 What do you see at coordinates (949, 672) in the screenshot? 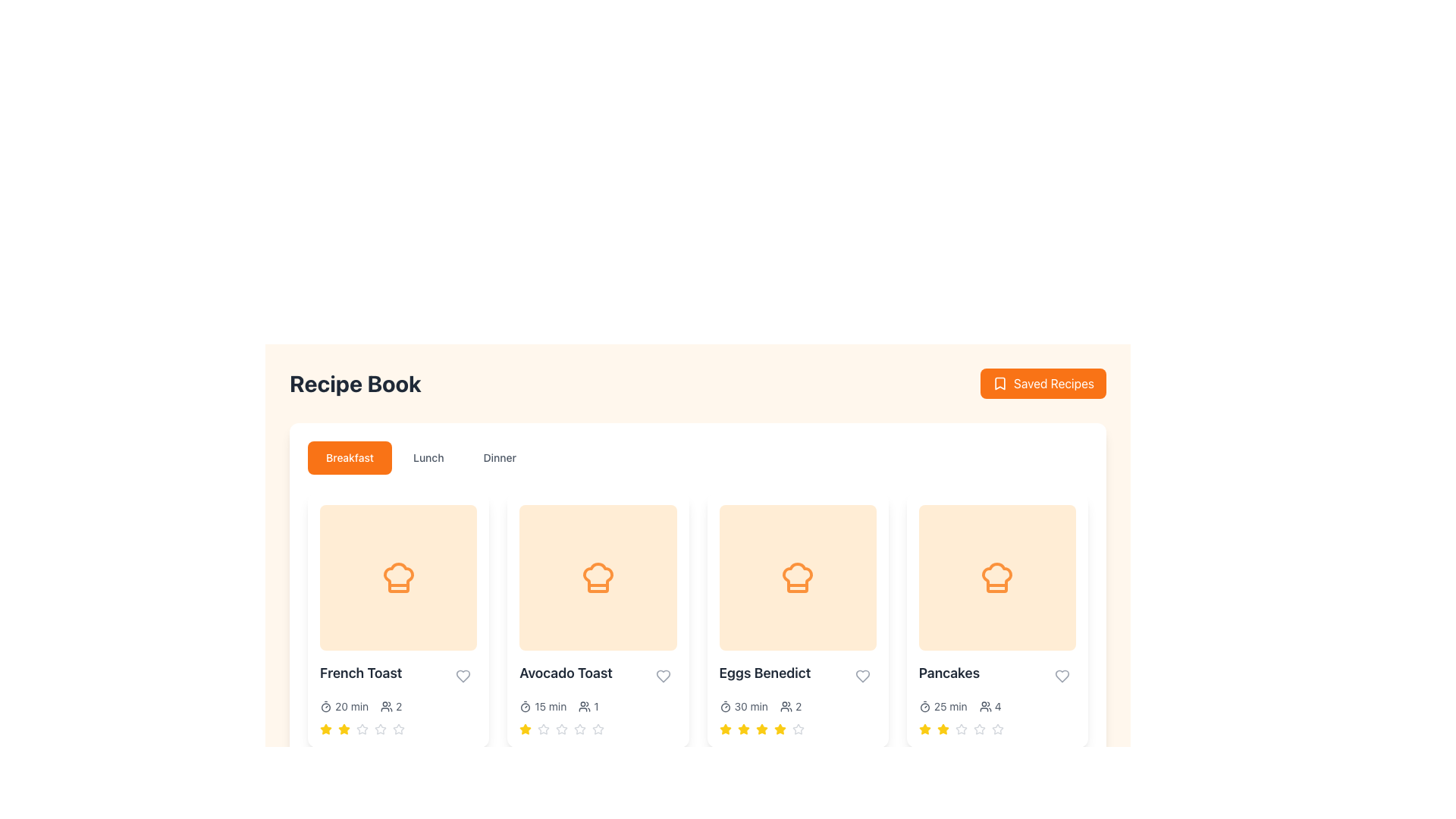
I see `the 'Pancakes' text label, which is styled in bold, medium-size dark gray font within the fourth card of a horizontal list` at bounding box center [949, 672].